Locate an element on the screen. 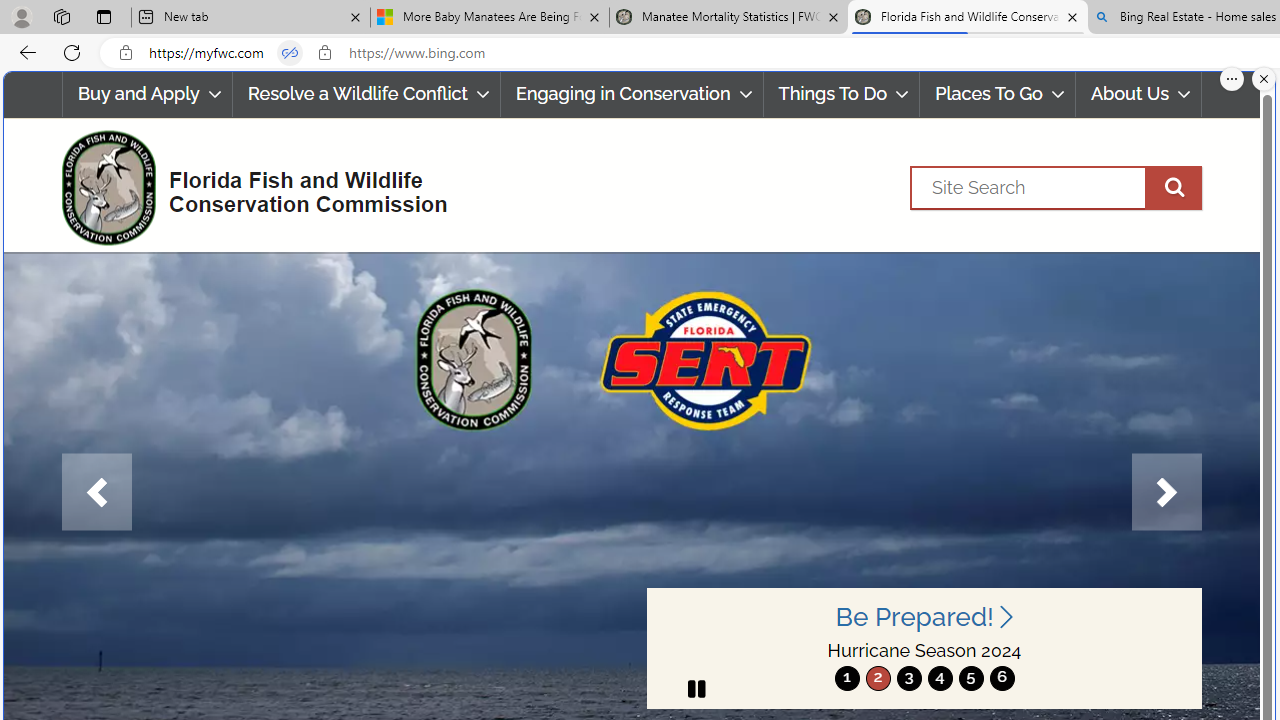  '5' is located at coordinates (970, 677).